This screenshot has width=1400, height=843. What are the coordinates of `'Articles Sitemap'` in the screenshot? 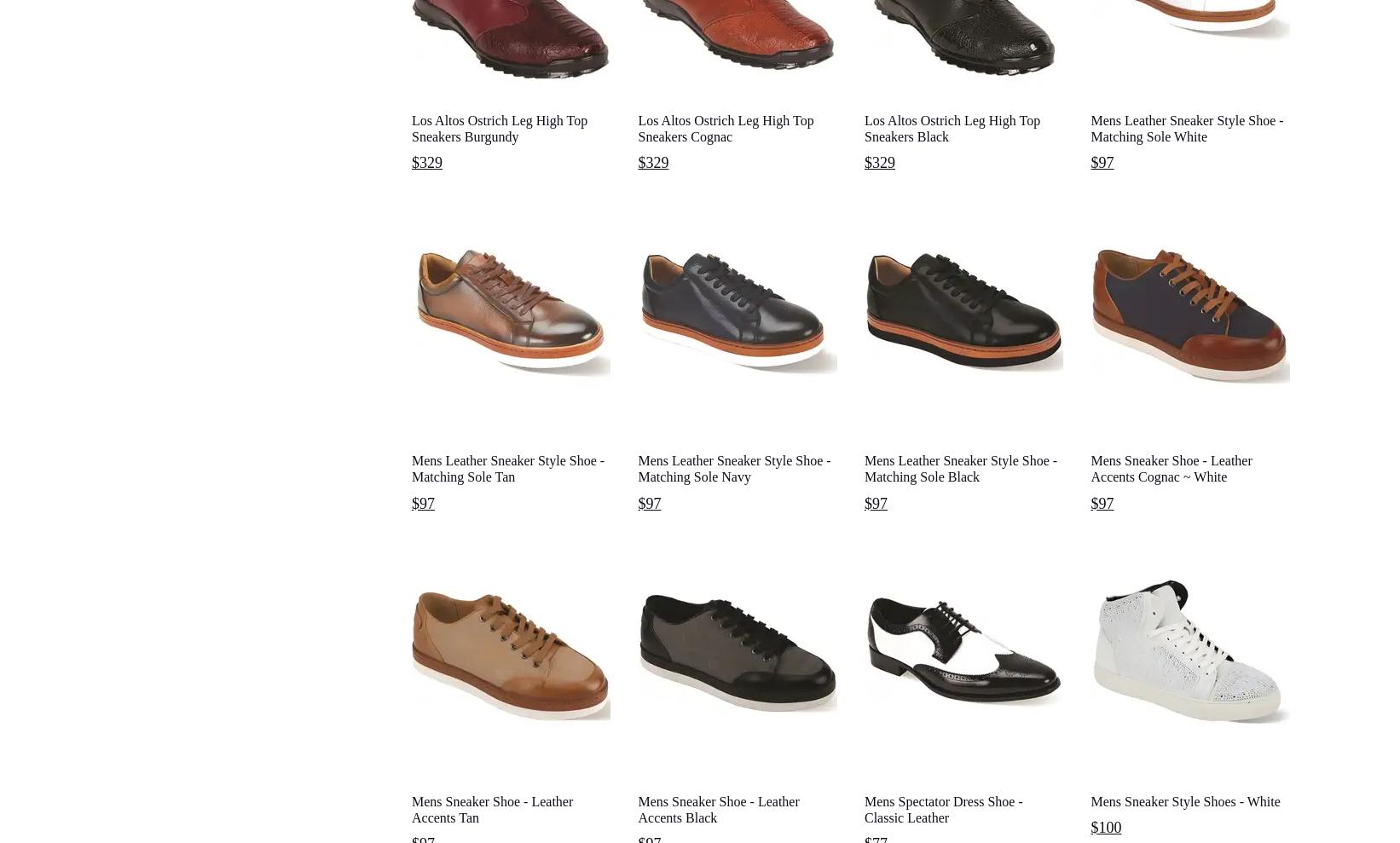 It's located at (443, 453).